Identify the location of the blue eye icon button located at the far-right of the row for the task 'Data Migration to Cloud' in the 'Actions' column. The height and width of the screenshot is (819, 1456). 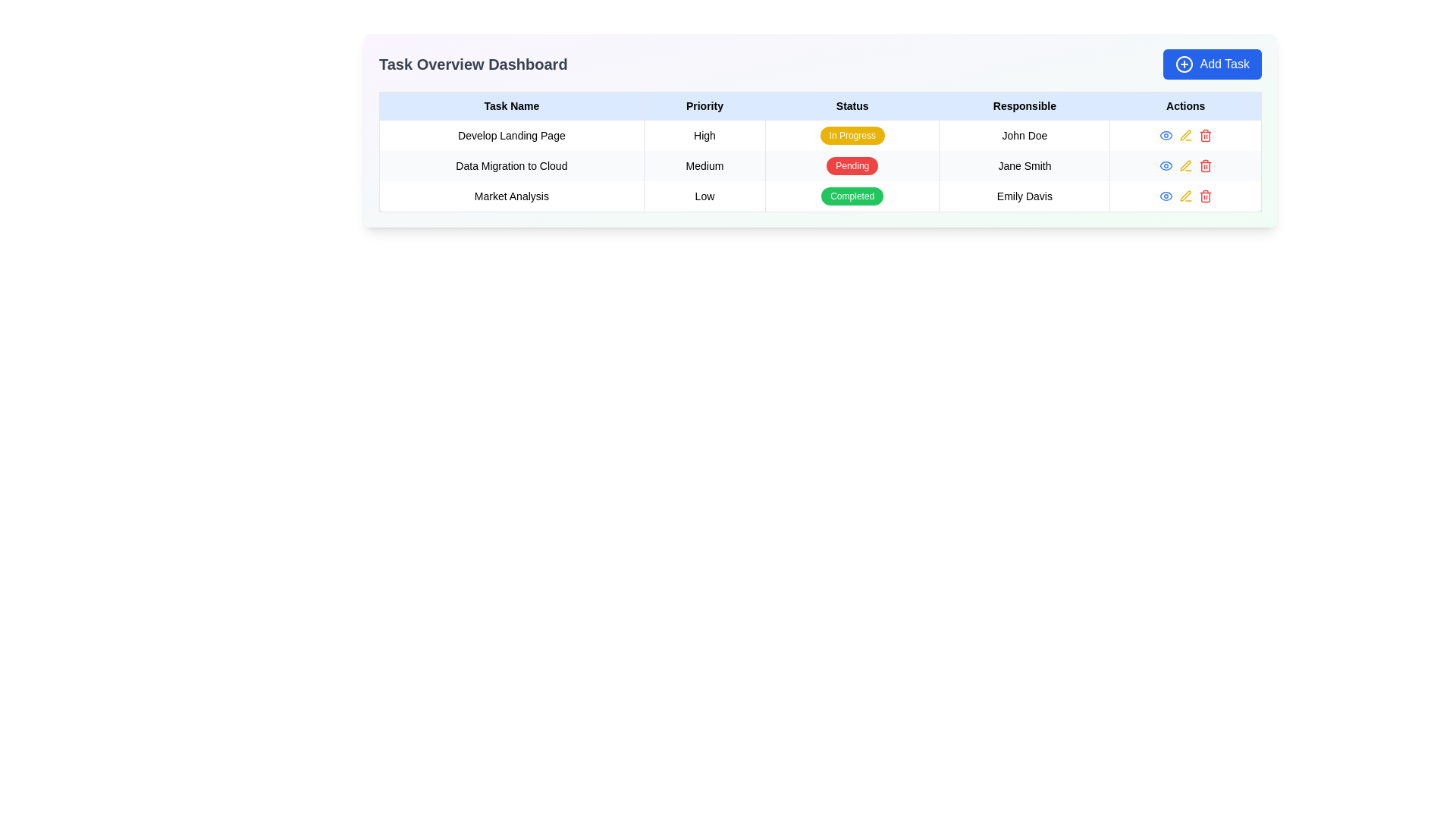
(1165, 134).